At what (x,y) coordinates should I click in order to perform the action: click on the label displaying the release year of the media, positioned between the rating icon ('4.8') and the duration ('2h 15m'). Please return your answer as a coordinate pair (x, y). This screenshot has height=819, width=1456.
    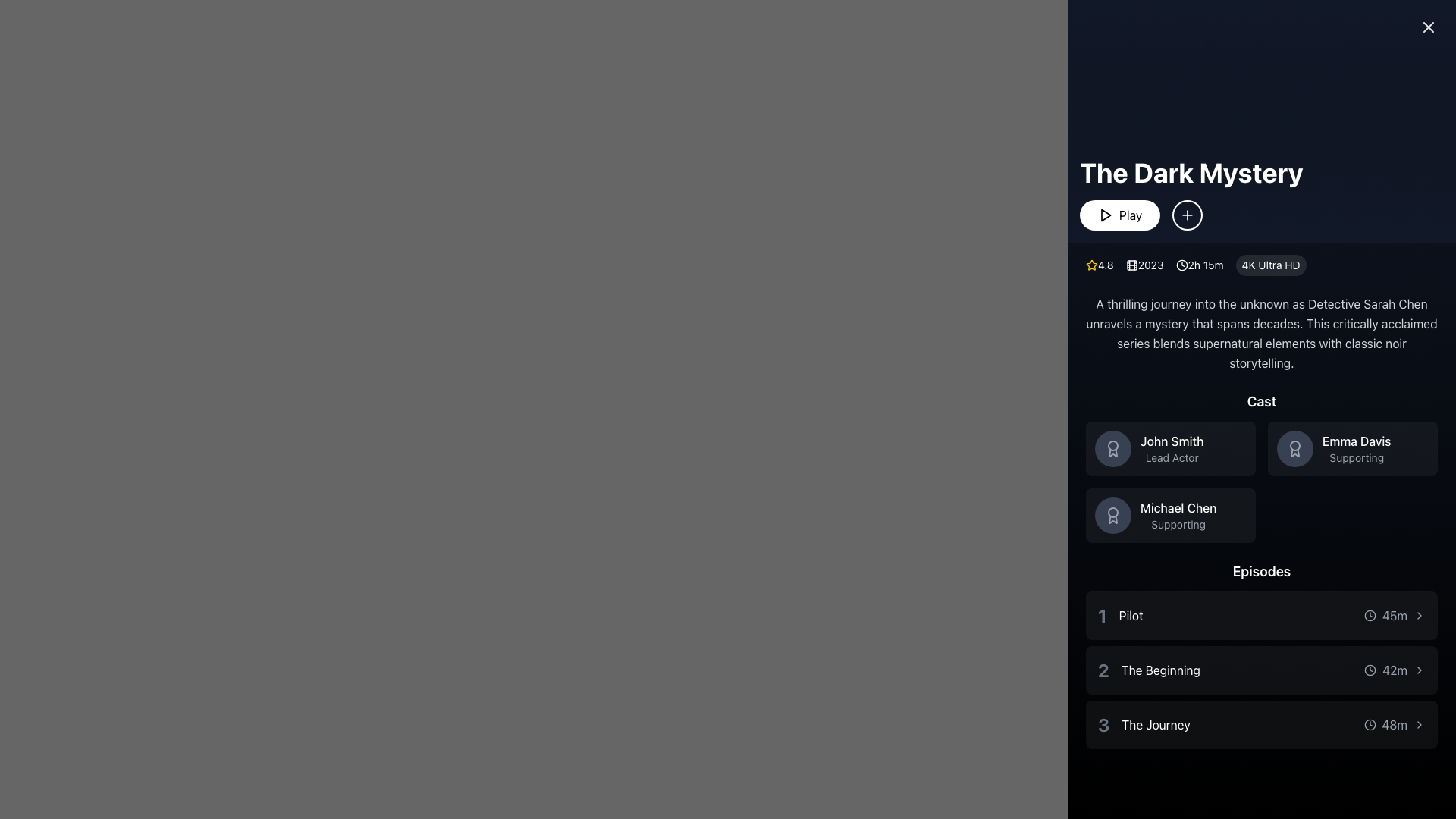
    Looking at the image, I should click on (1144, 265).